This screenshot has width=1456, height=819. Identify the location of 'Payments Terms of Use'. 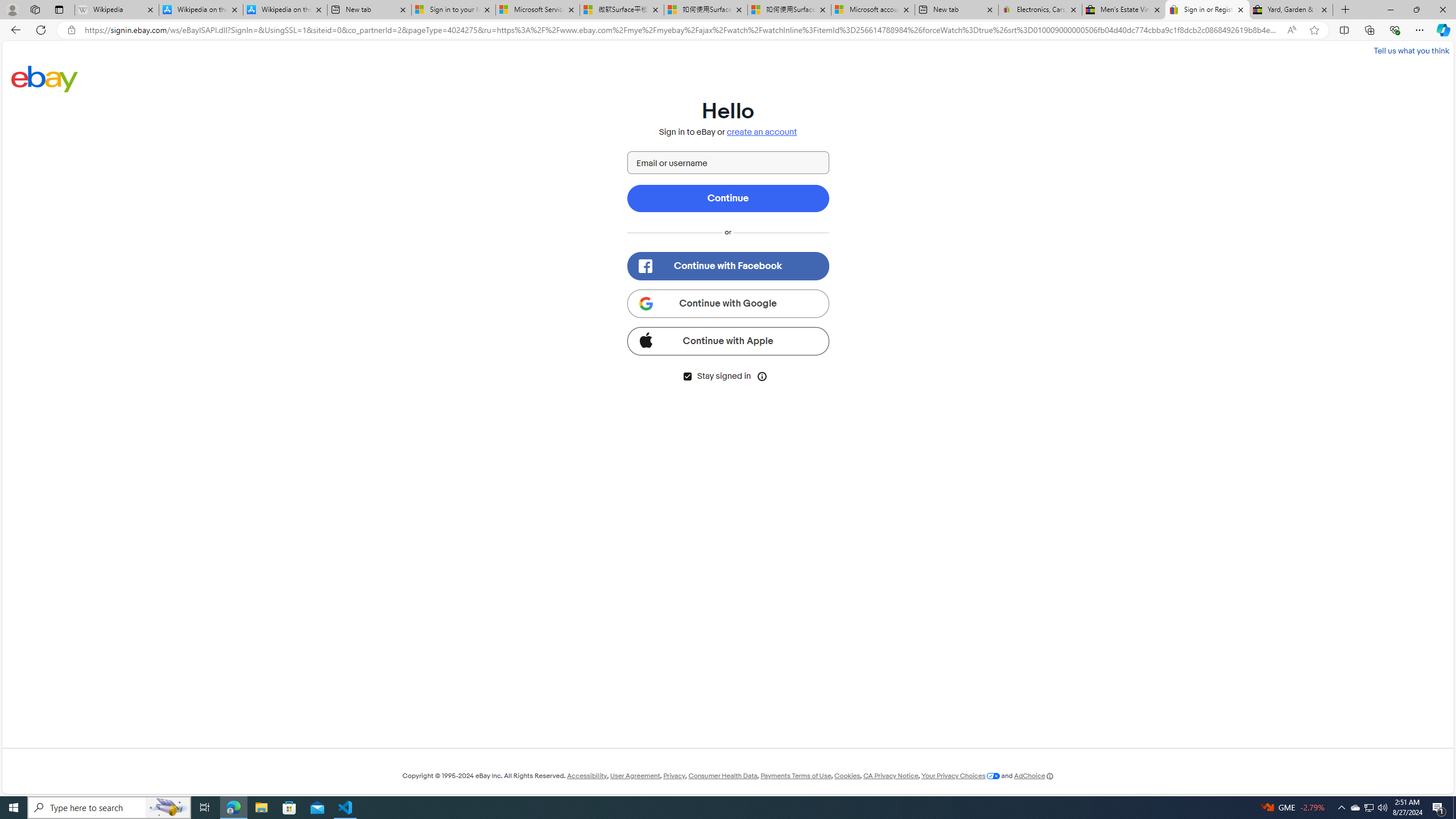
(795, 775).